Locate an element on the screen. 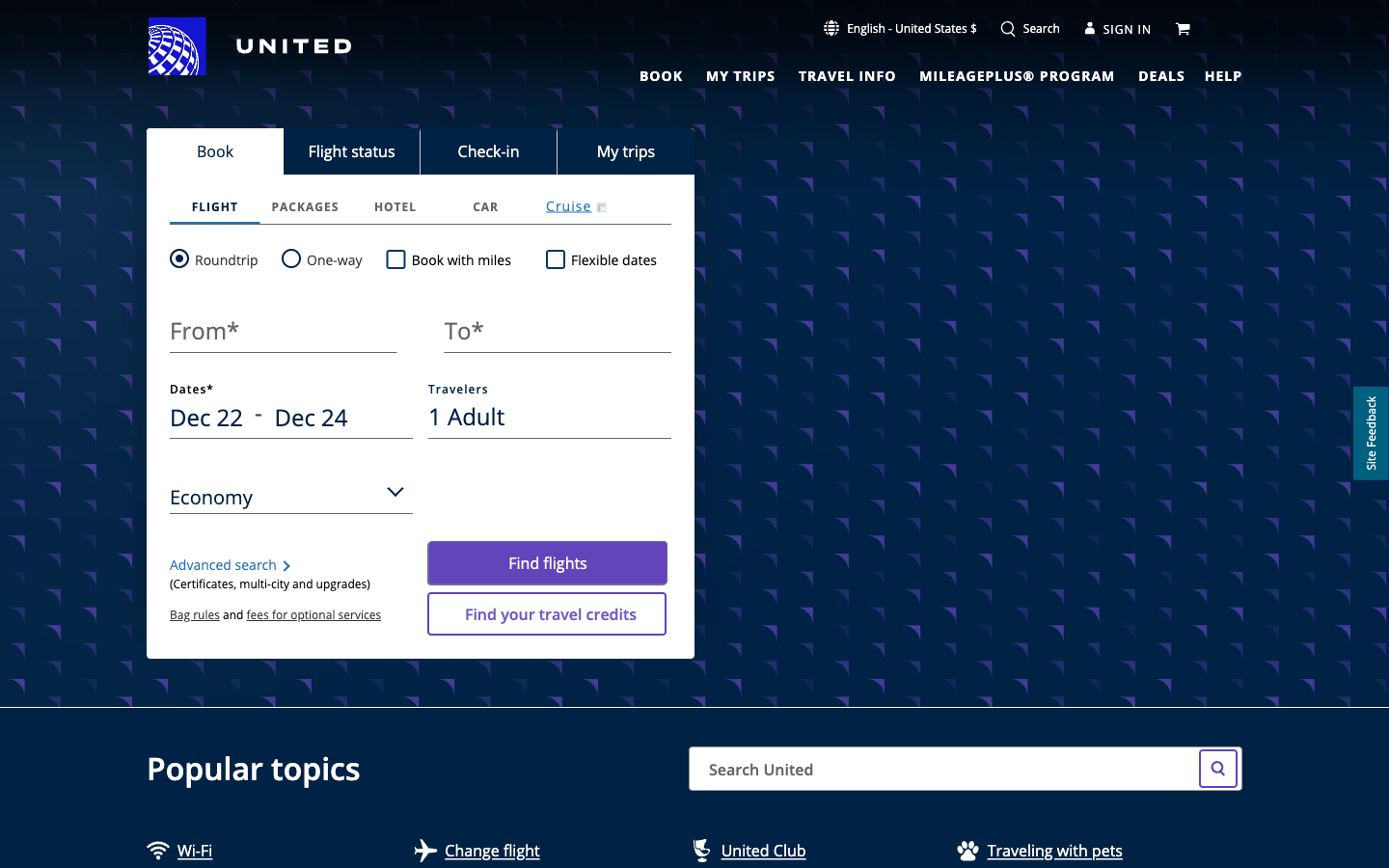  Search for Tickets to Taiwan is located at coordinates (1220, 771).